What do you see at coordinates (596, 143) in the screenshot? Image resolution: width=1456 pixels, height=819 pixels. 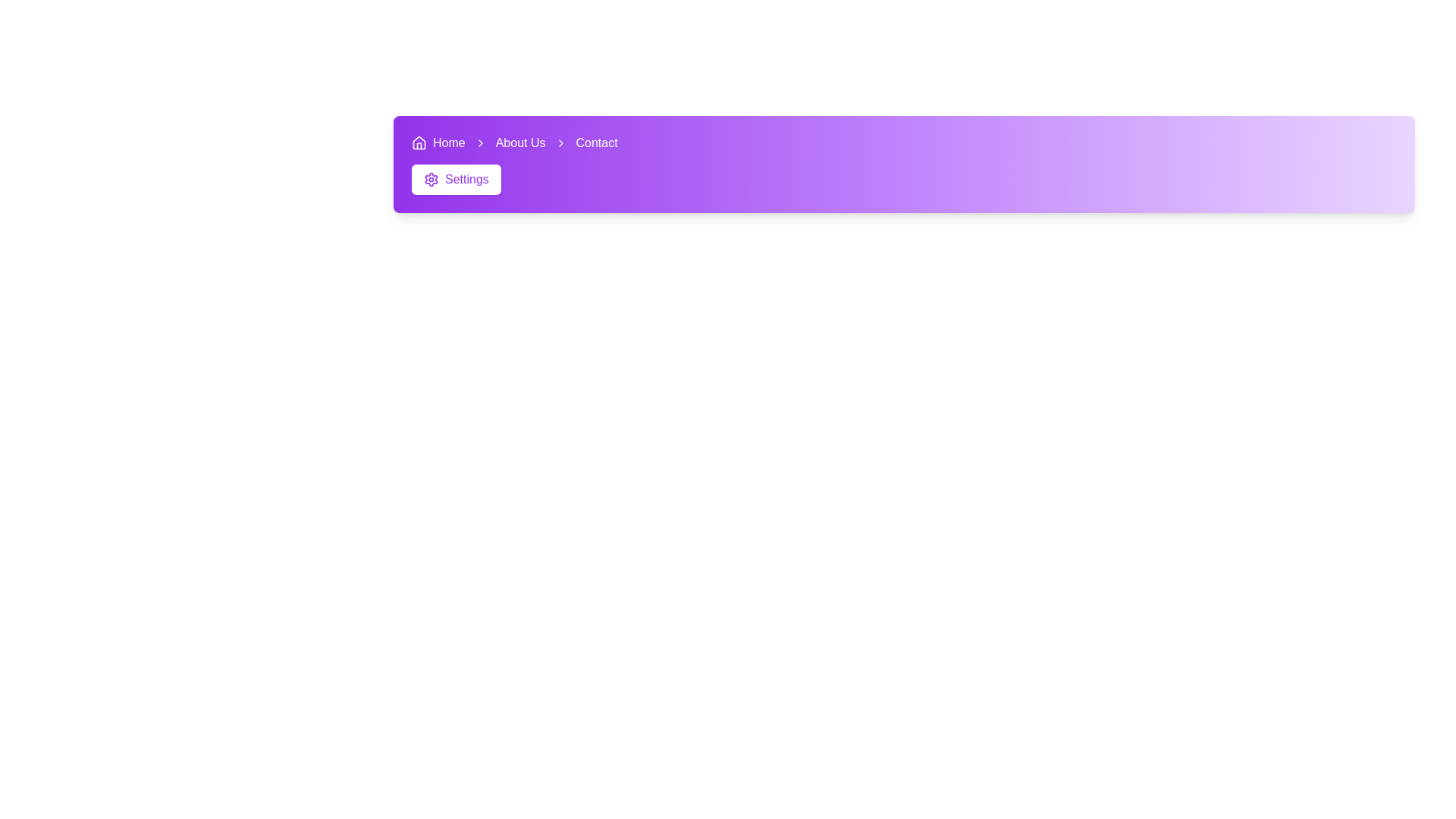 I see `the third text link in the navigation bar, which likely redirects to the Contact page` at bounding box center [596, 143].